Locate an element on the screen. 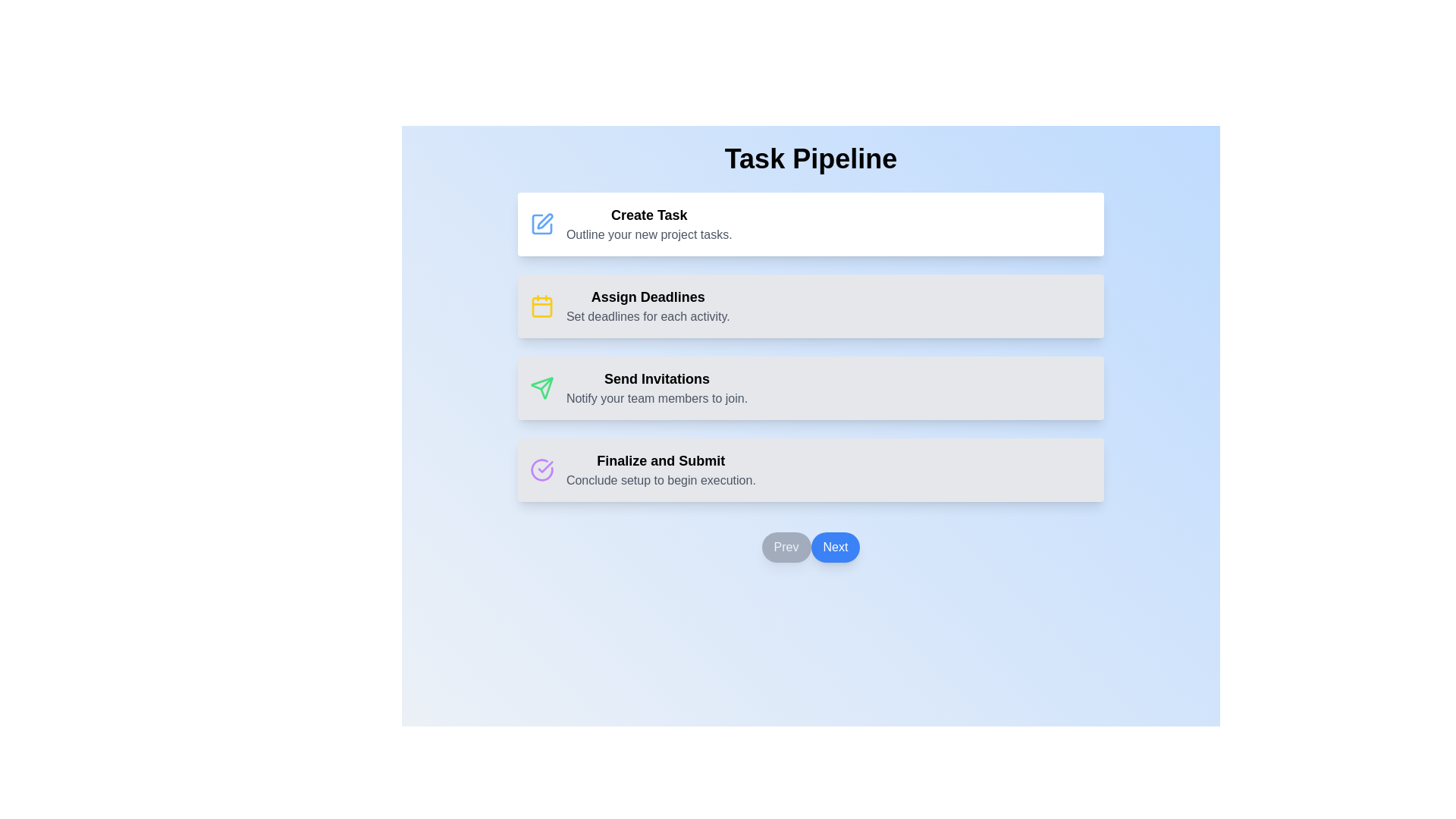 This screenshot has width=1456, height=819. the Information Card displaying 'Create Task' which is the first card in a vertical list, featuring a blue pencil icon and a description below it is located at coordinates (810, 224).